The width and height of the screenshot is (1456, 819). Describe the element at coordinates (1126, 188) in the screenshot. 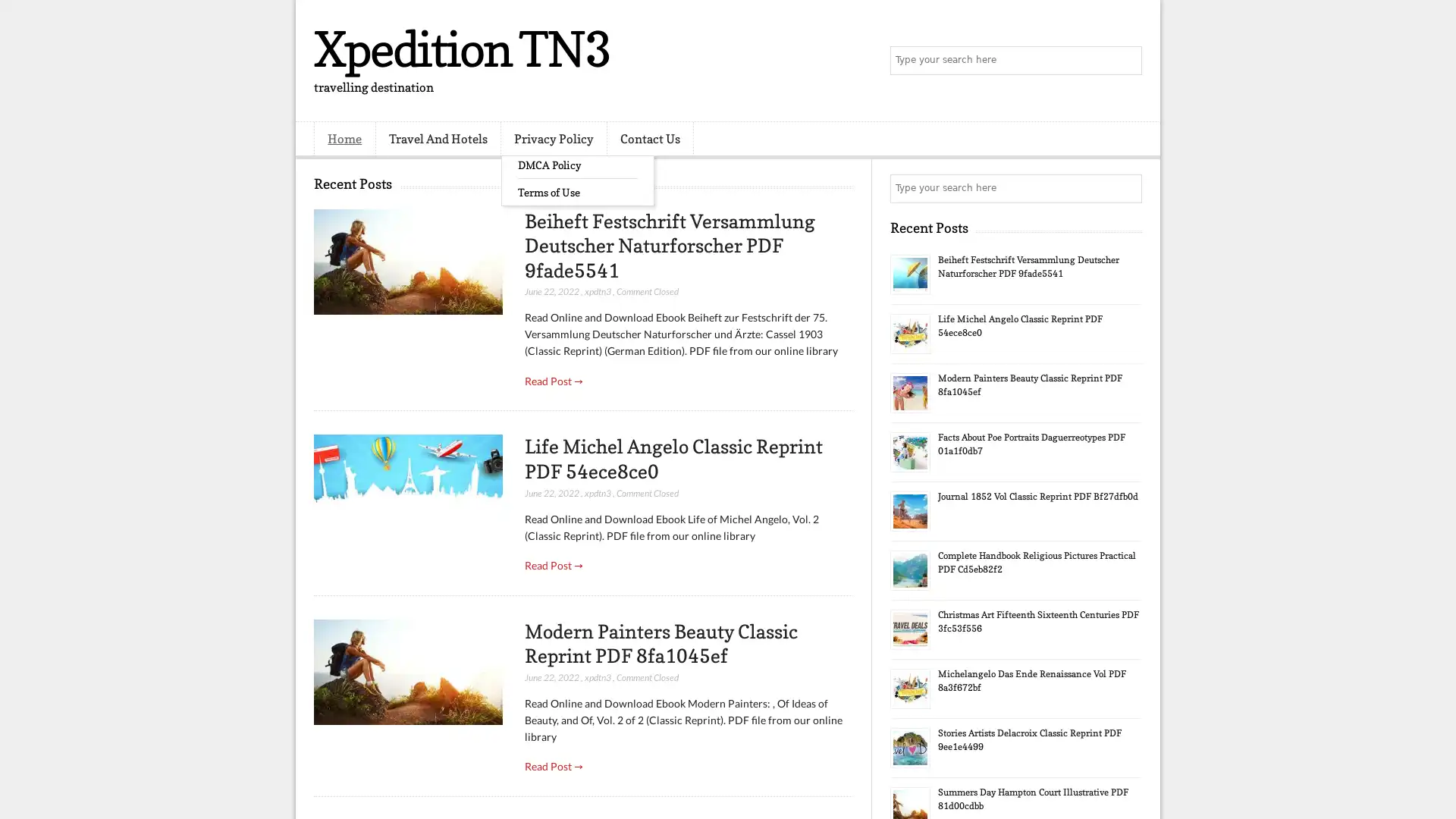

I see `Search` at that location.